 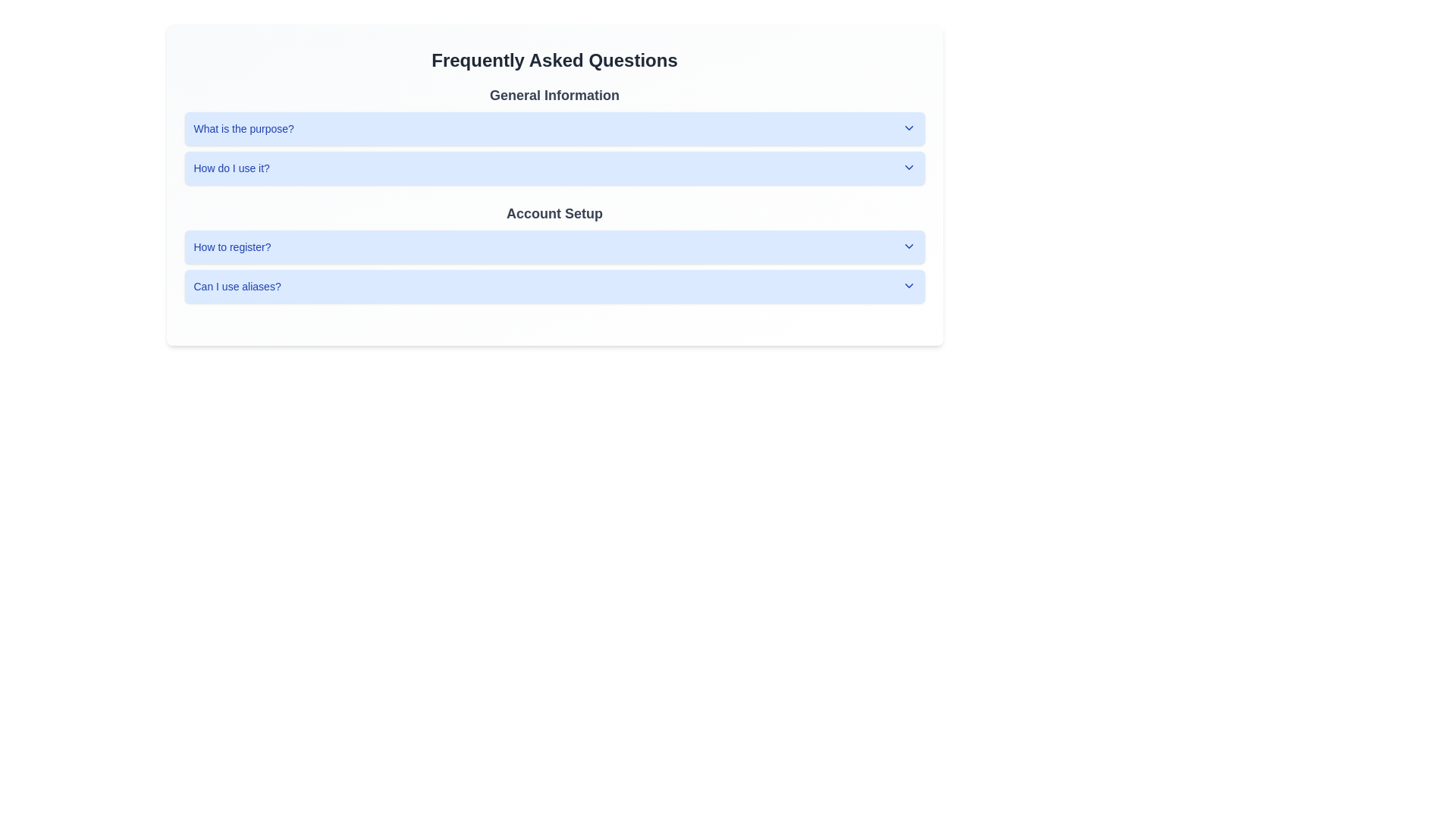 I want to click on the chevron icon located at the far-right end of the box labeled 'Can I use aliases?', so click(x=908, y=286).